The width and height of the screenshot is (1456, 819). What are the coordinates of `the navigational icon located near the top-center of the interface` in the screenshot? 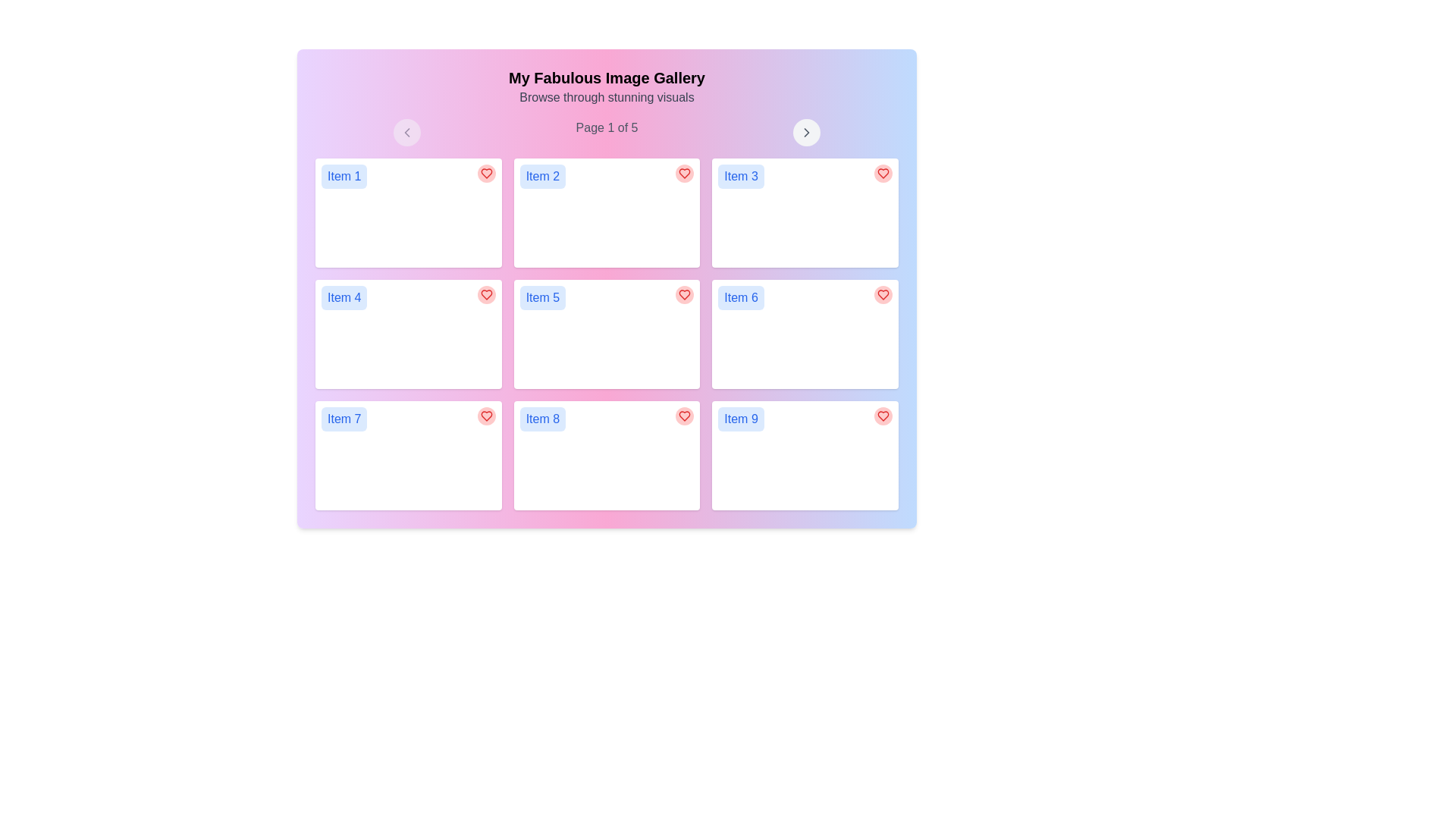 It's located at (406, 131).